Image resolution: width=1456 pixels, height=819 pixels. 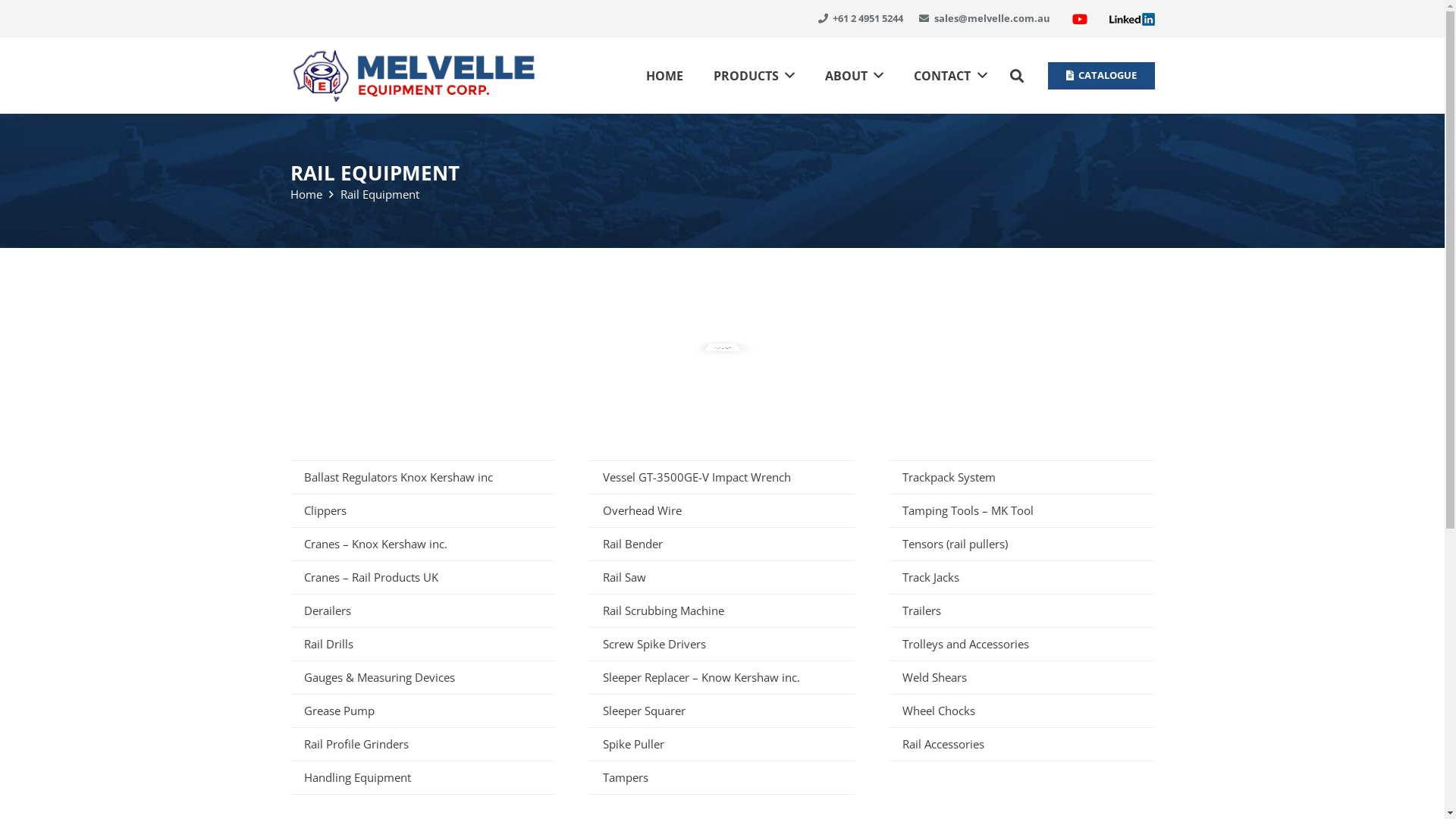 What do you see at coordinates (984, 17) in the screenshot?
I see `'sales@melvelle.com.au'` at bounding box center [984, 17].